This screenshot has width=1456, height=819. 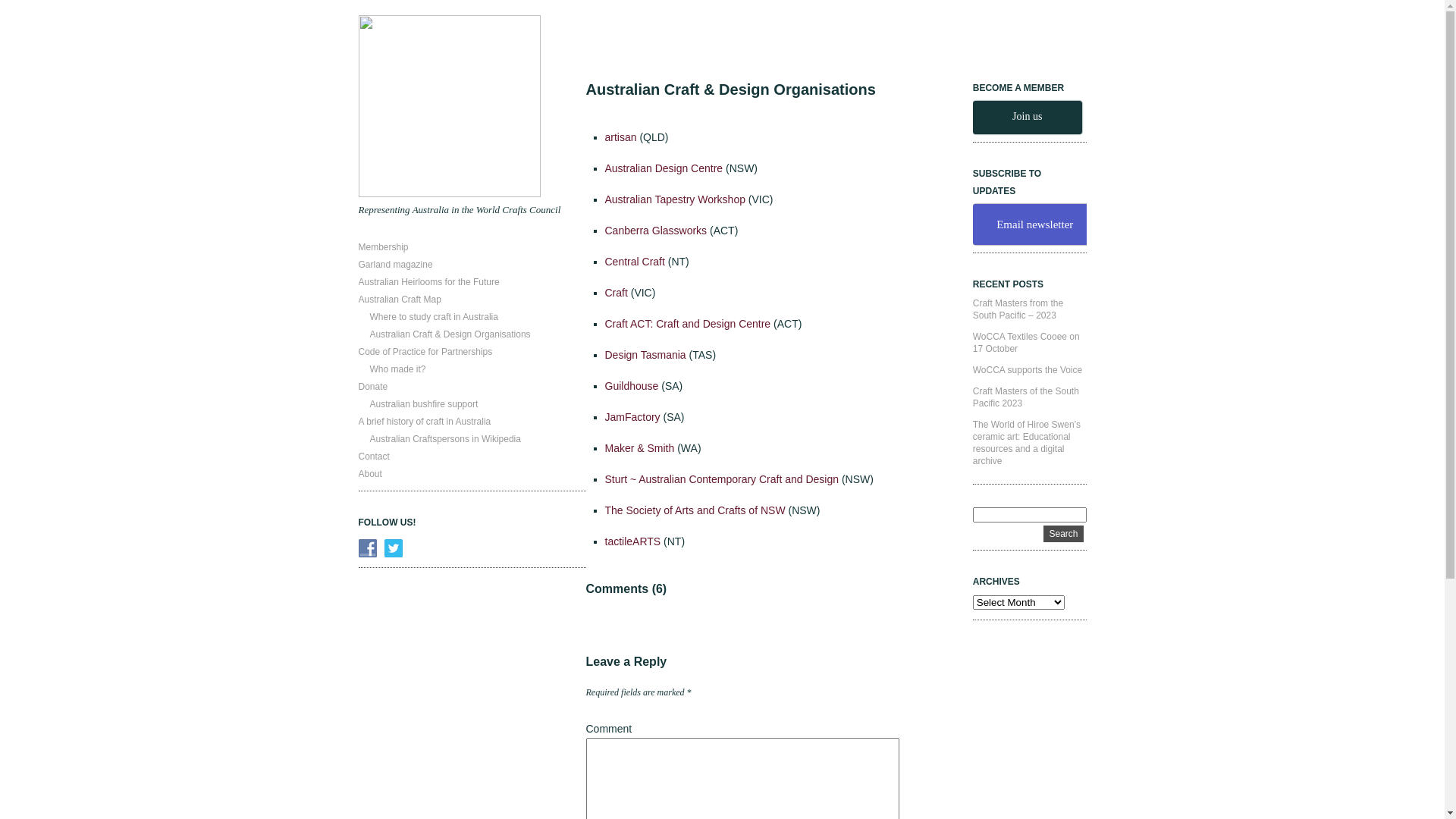 I want to click on 'Code of Practice for Partnerships', so click(x=425, y=351).